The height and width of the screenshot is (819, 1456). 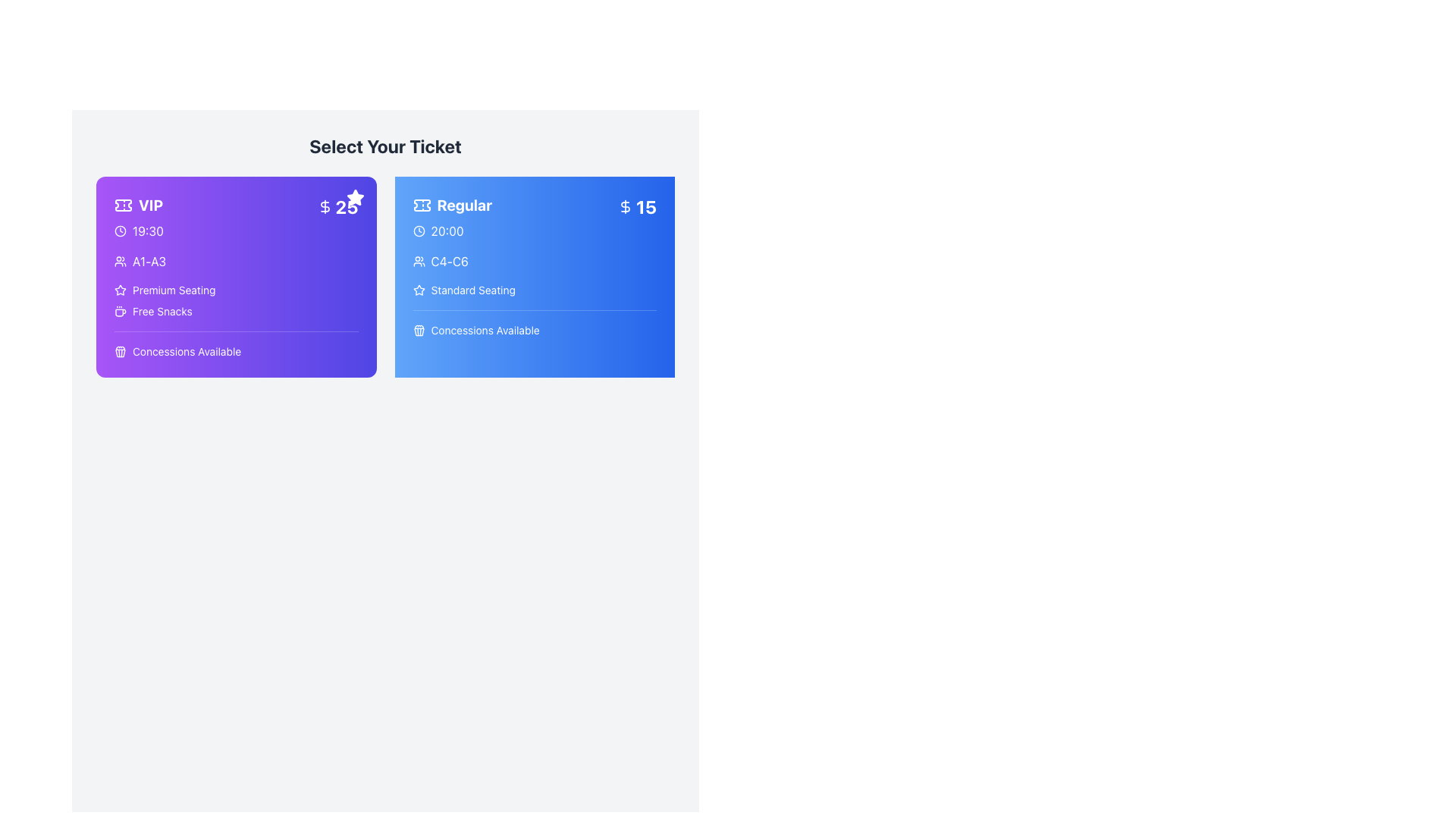 What do you see at coordinates (419, 260) in the screenshot?
I see `the user-related information icon located to the immediate left of the text 'C4-C6' in the 'Regular' ticket details card` at bounding box center [419, 260].